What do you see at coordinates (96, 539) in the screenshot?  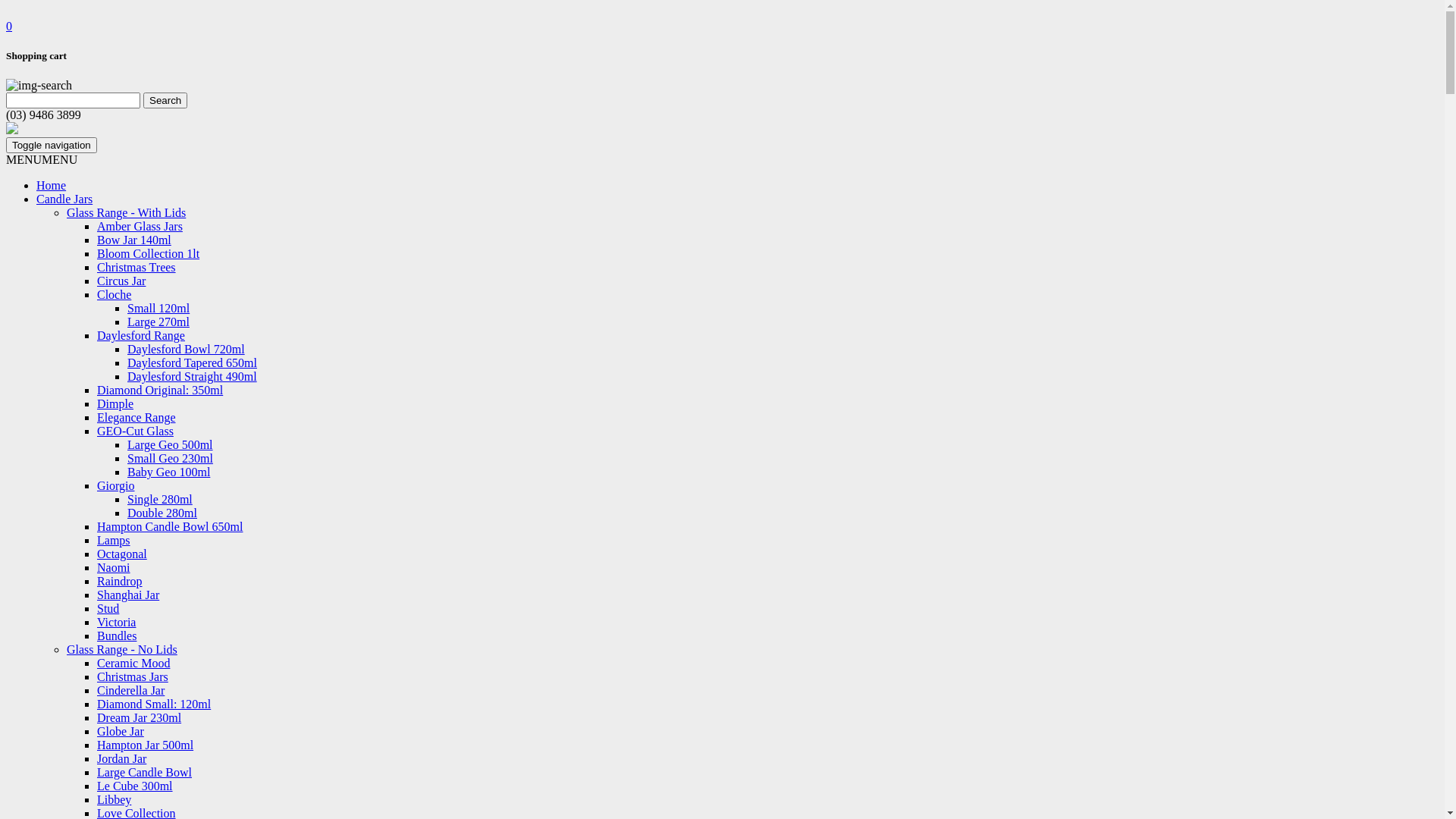 I see `'Lamps'` at bounding box center [96, 539].